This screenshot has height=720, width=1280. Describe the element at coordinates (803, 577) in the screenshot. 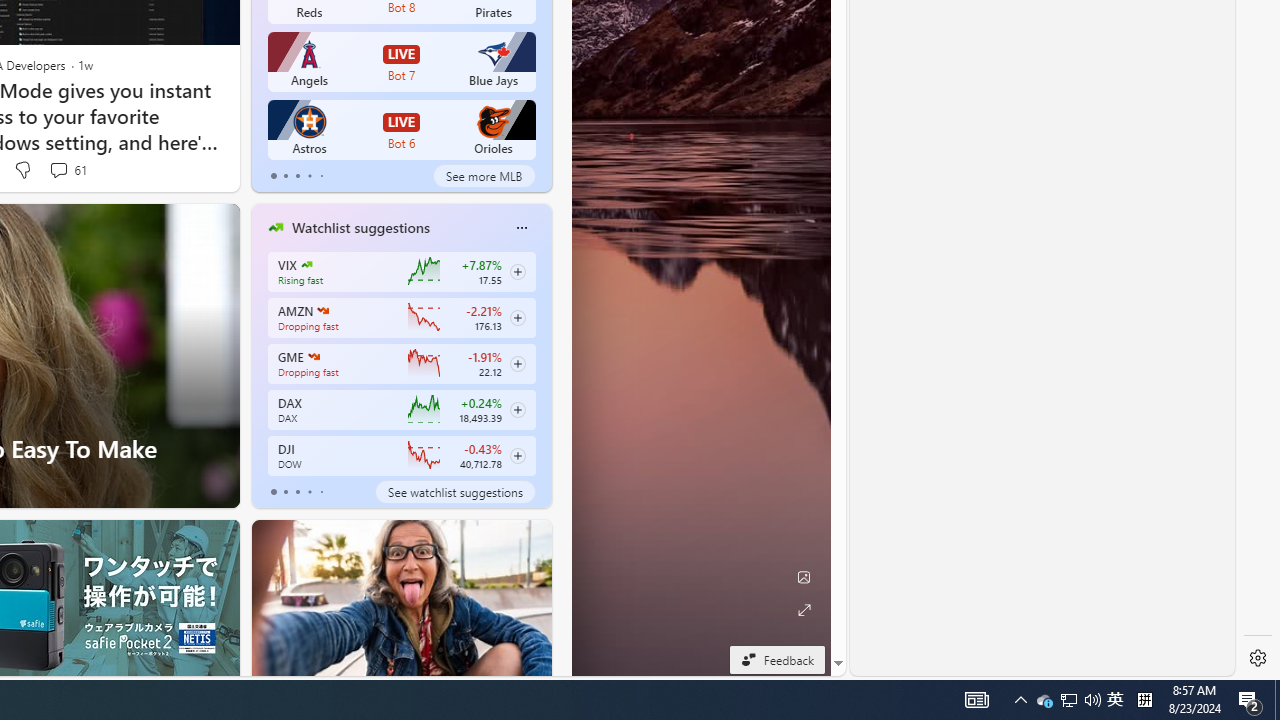

I see `'Edit Background'` at that location.